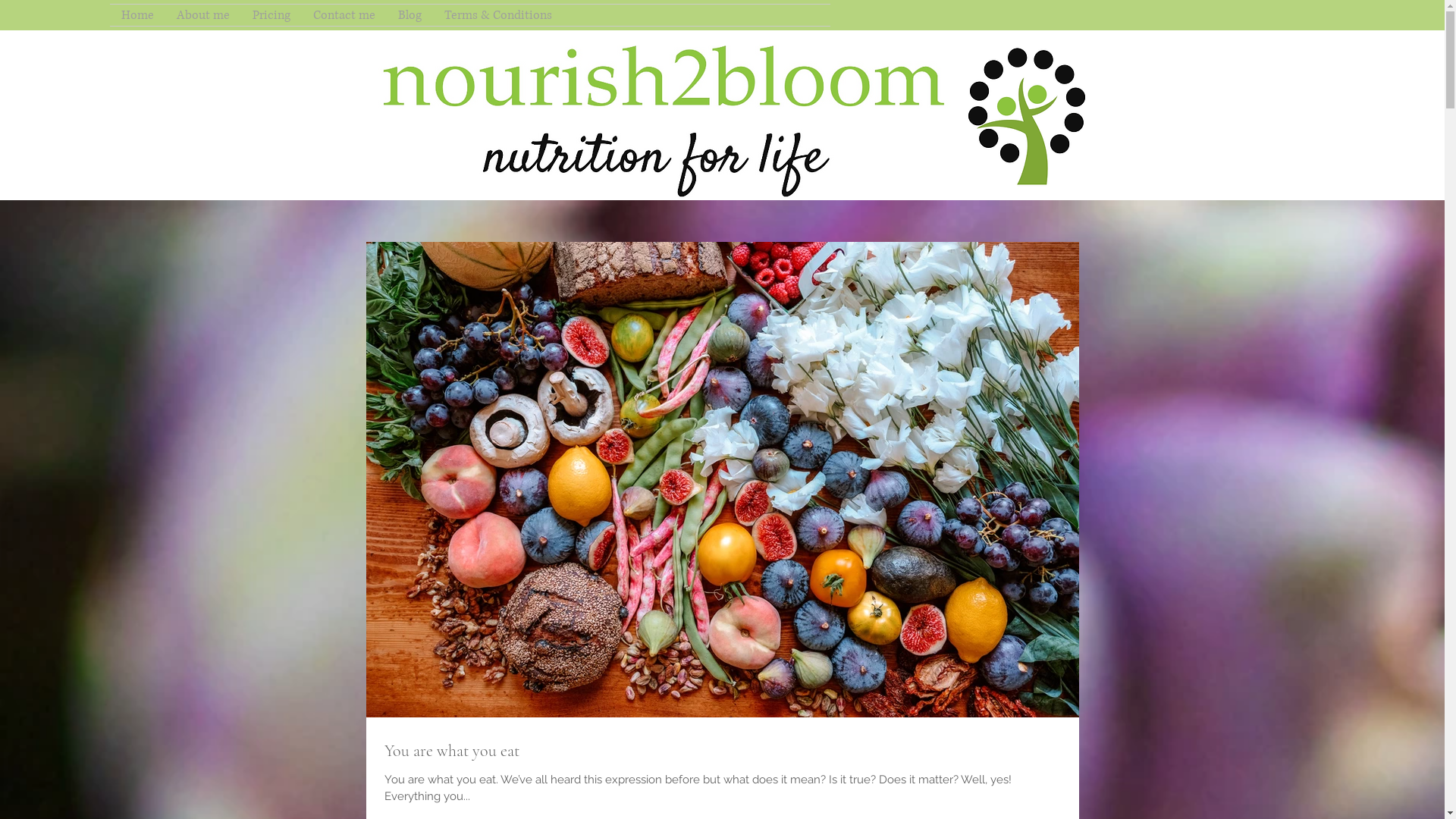 This screenshot has height=819, width=1456. I want to click on 'About me', so click(202, 14).